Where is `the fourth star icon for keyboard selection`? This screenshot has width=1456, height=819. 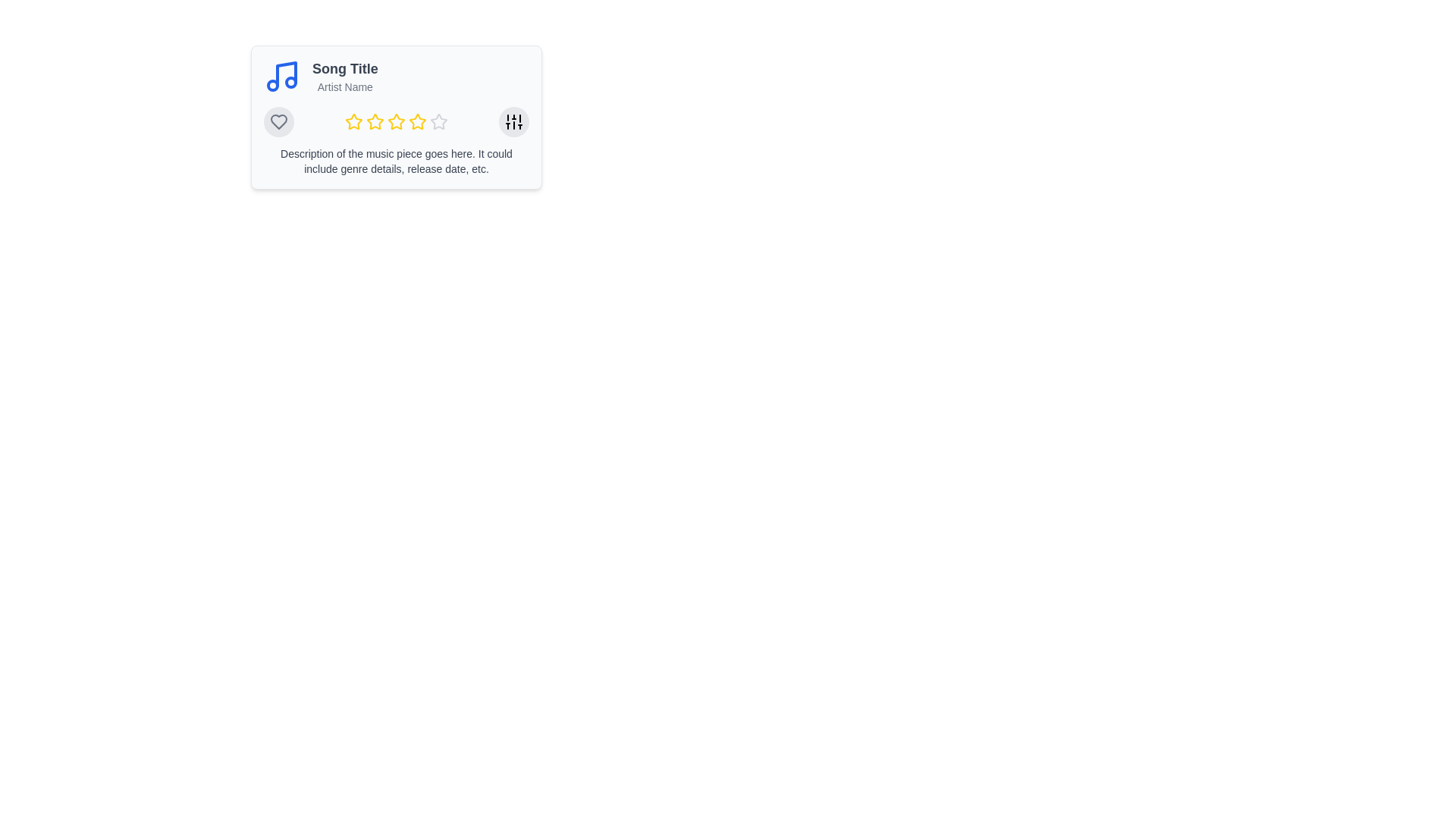
the fourth star icon for keyboard selection is located at coordinates (438, 121).